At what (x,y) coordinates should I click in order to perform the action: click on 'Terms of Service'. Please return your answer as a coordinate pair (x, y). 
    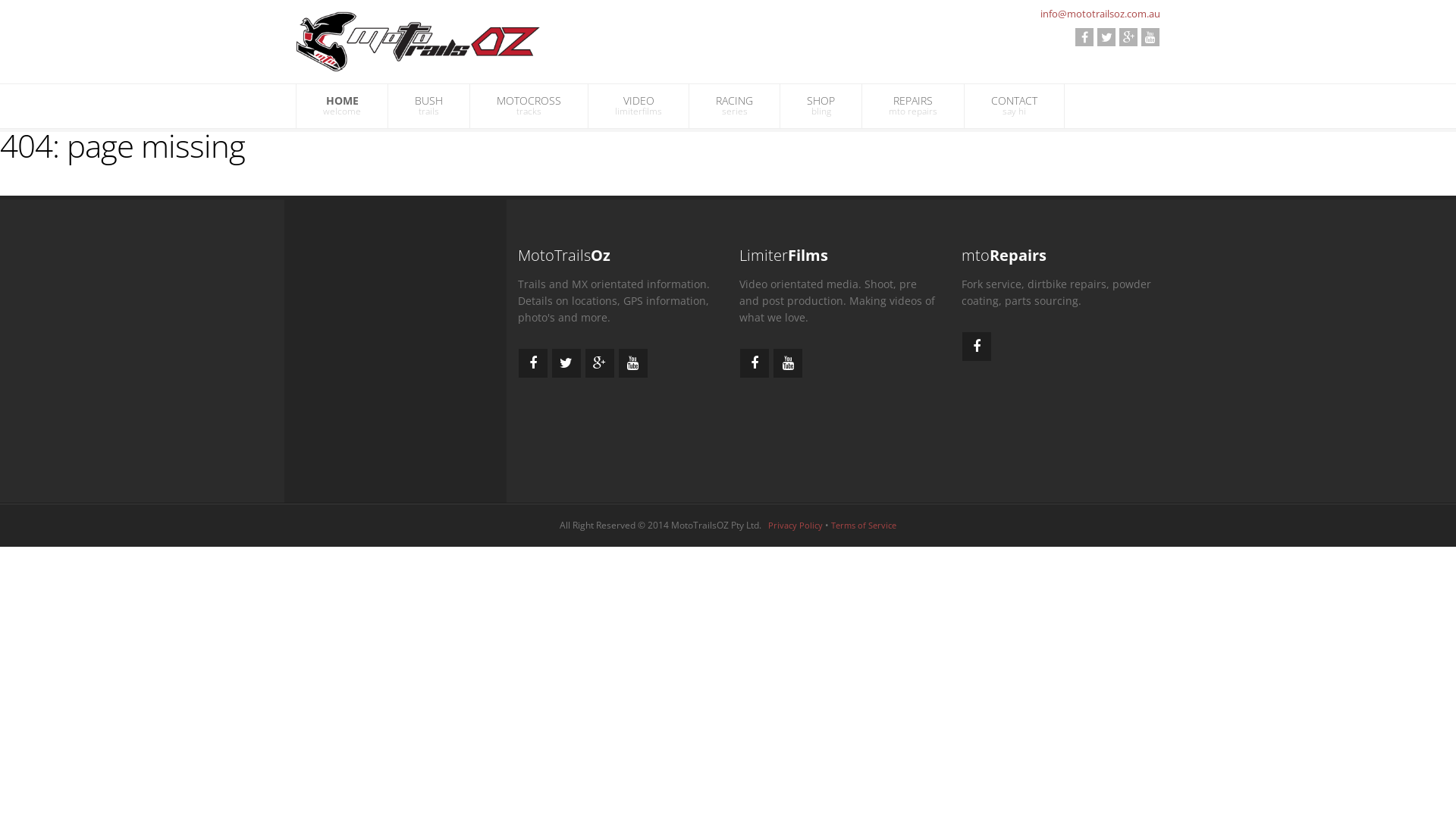
    Looking at the image, I should click on (830, 524).